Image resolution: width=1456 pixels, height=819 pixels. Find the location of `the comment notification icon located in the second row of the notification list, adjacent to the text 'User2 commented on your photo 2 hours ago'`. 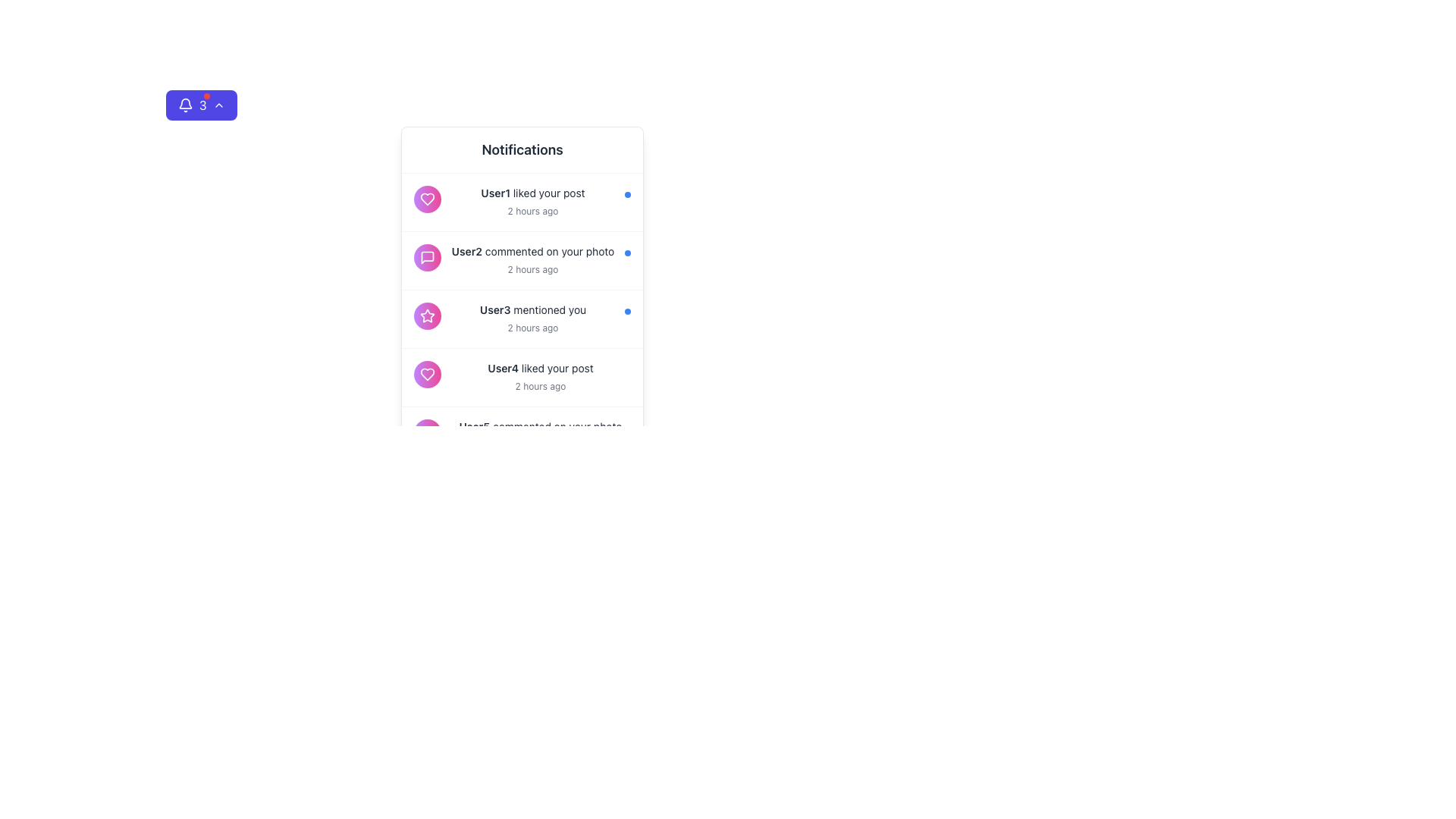

the comment notification icon located in the second row of the notification list, adjacent to the text 'User2 commented on your photo 2 hours ago' is located at coordinates (427, 256).